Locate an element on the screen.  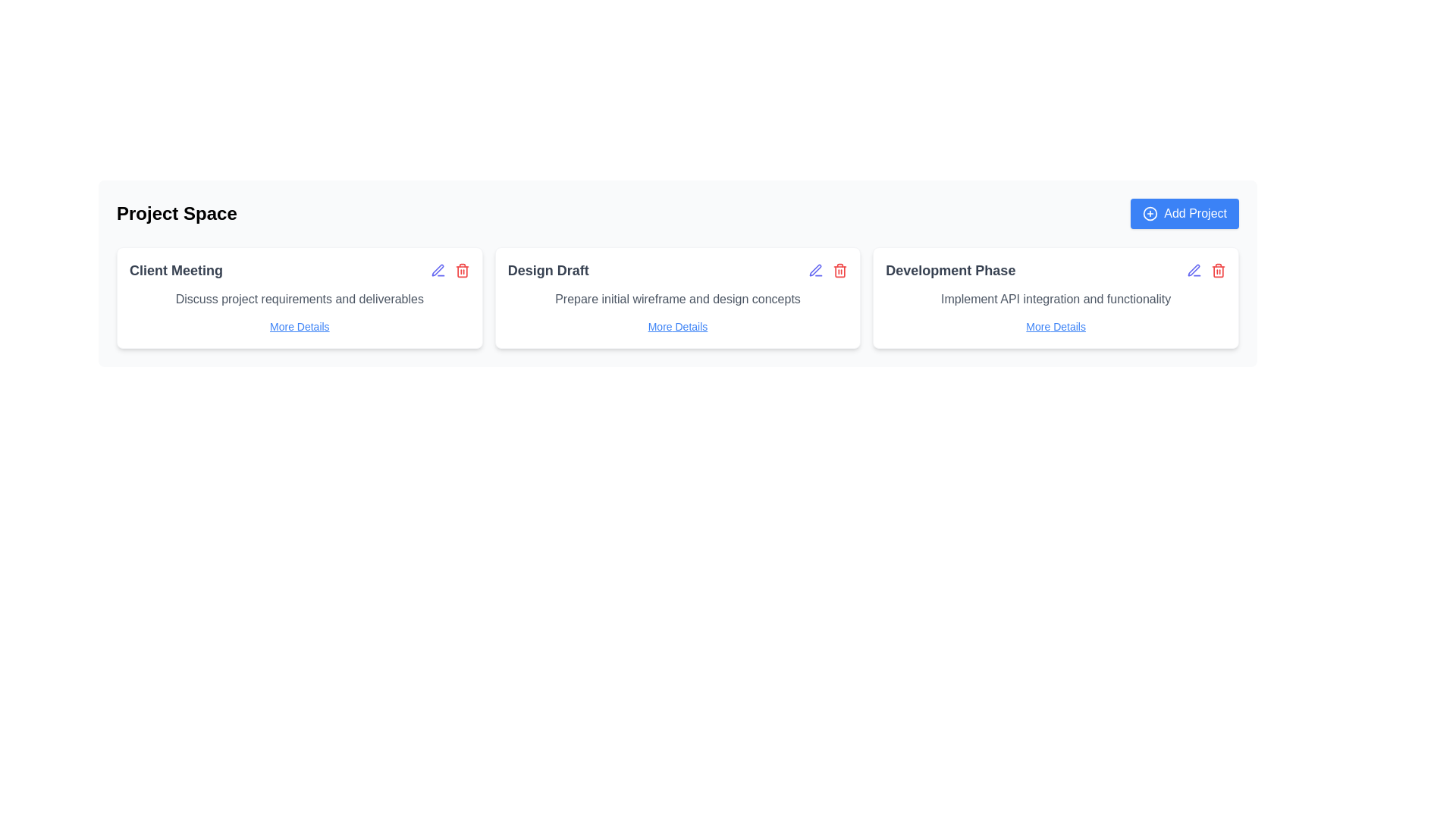
the hyperlink located is located at coordinates (299, 326).